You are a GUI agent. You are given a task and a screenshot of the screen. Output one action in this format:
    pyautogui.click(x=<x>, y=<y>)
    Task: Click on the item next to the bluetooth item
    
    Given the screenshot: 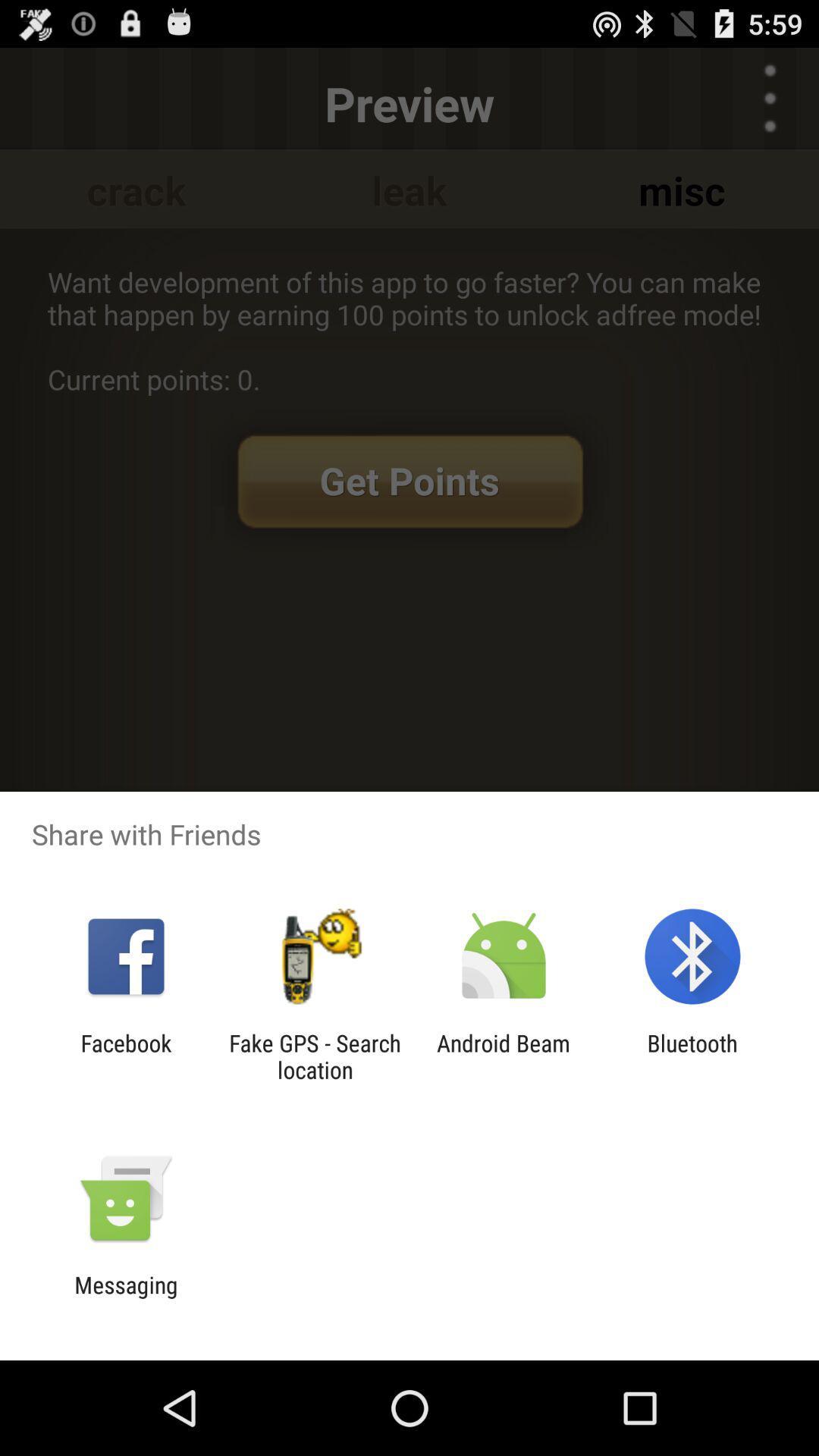 What is the action you would take?
    pyautogui.click(x=504, y=1056)
    